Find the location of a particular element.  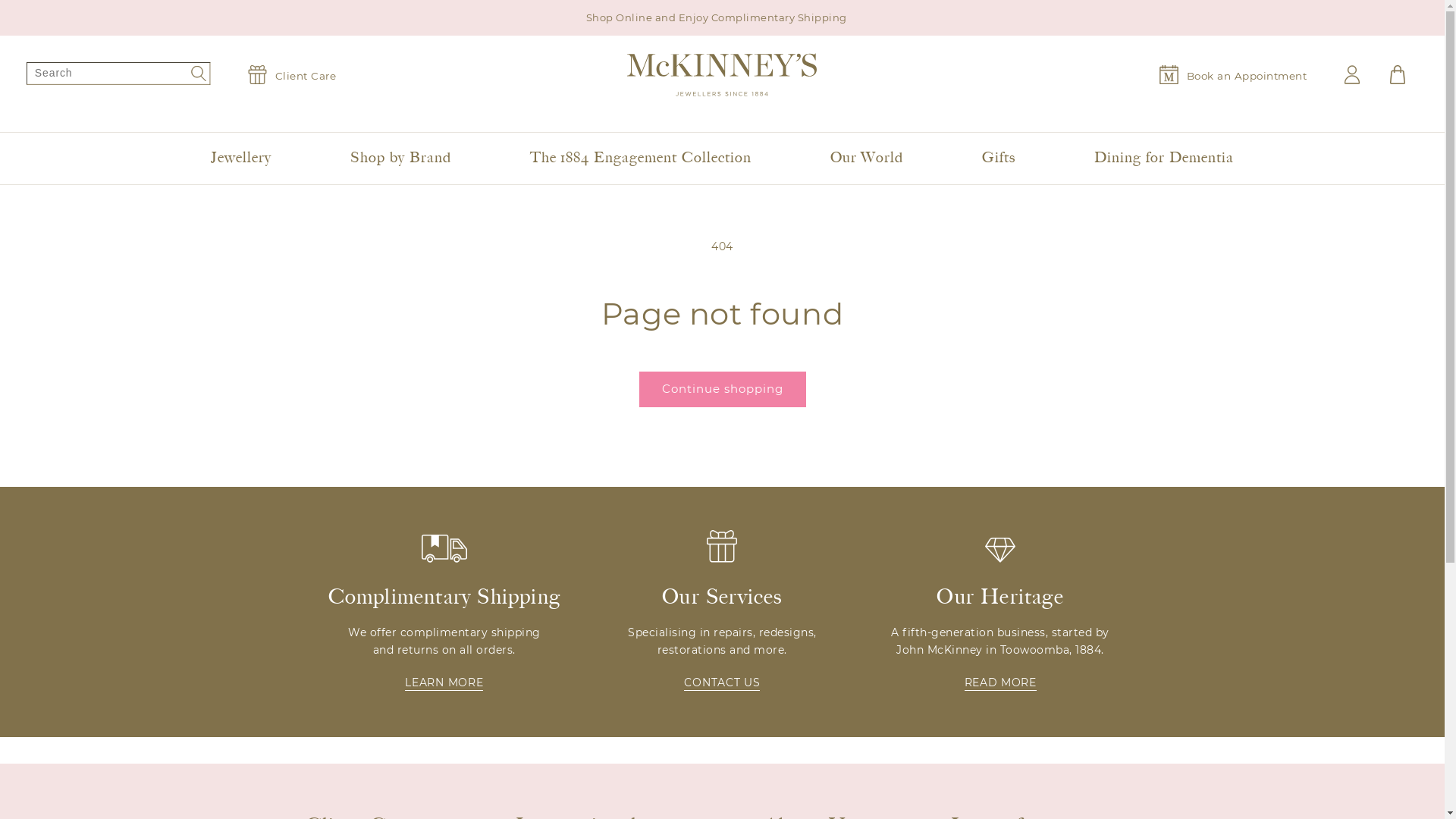

'LEARN MORE' is located at coordinates (443, 683).